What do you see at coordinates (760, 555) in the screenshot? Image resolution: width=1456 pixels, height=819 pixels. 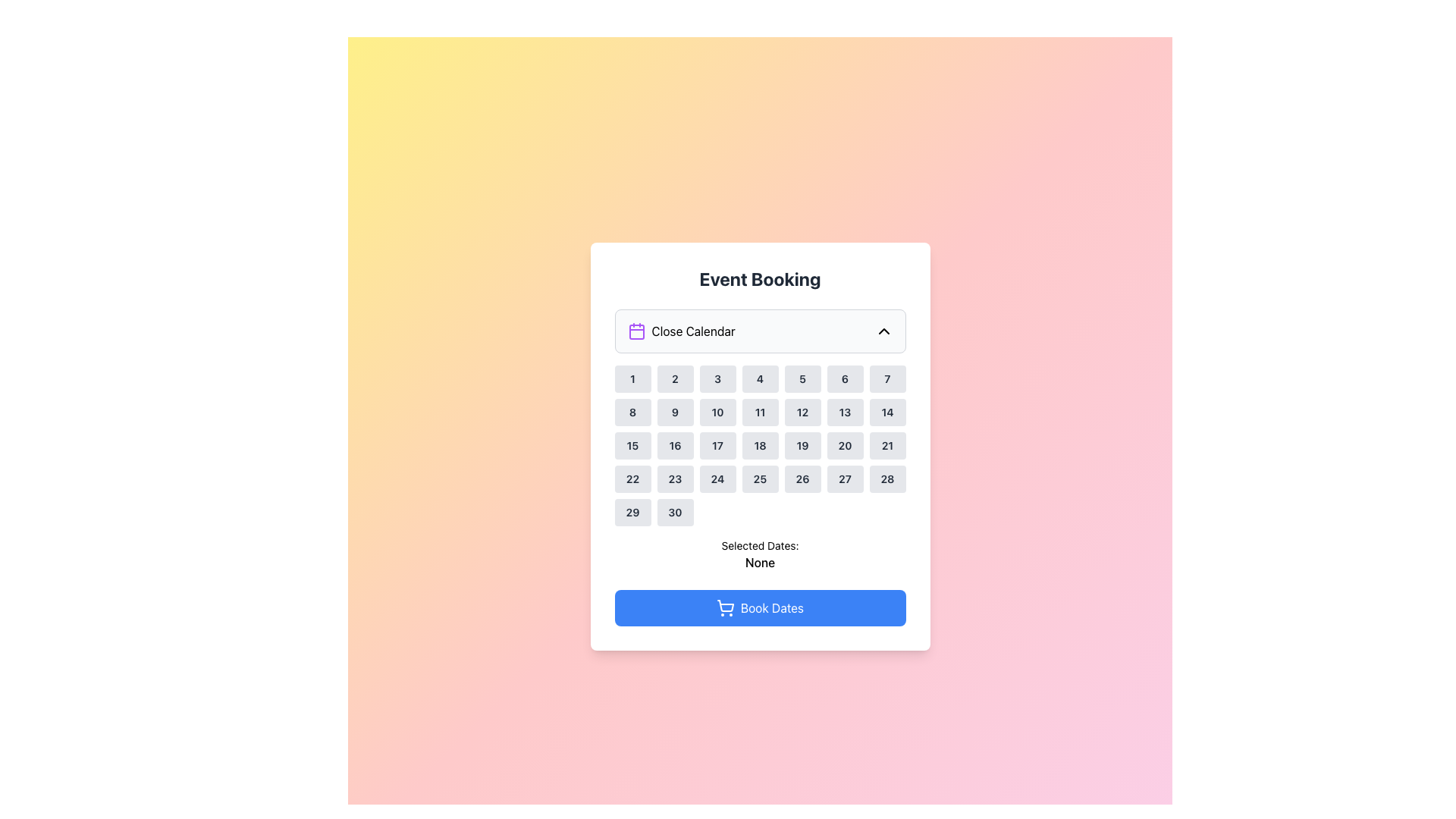 I see `the text display component that shows 'Selected Dates: None' in the Event Booking UI, located below the calendar grid and above the 'Book Dates' button` at bounding box center [760, 555].